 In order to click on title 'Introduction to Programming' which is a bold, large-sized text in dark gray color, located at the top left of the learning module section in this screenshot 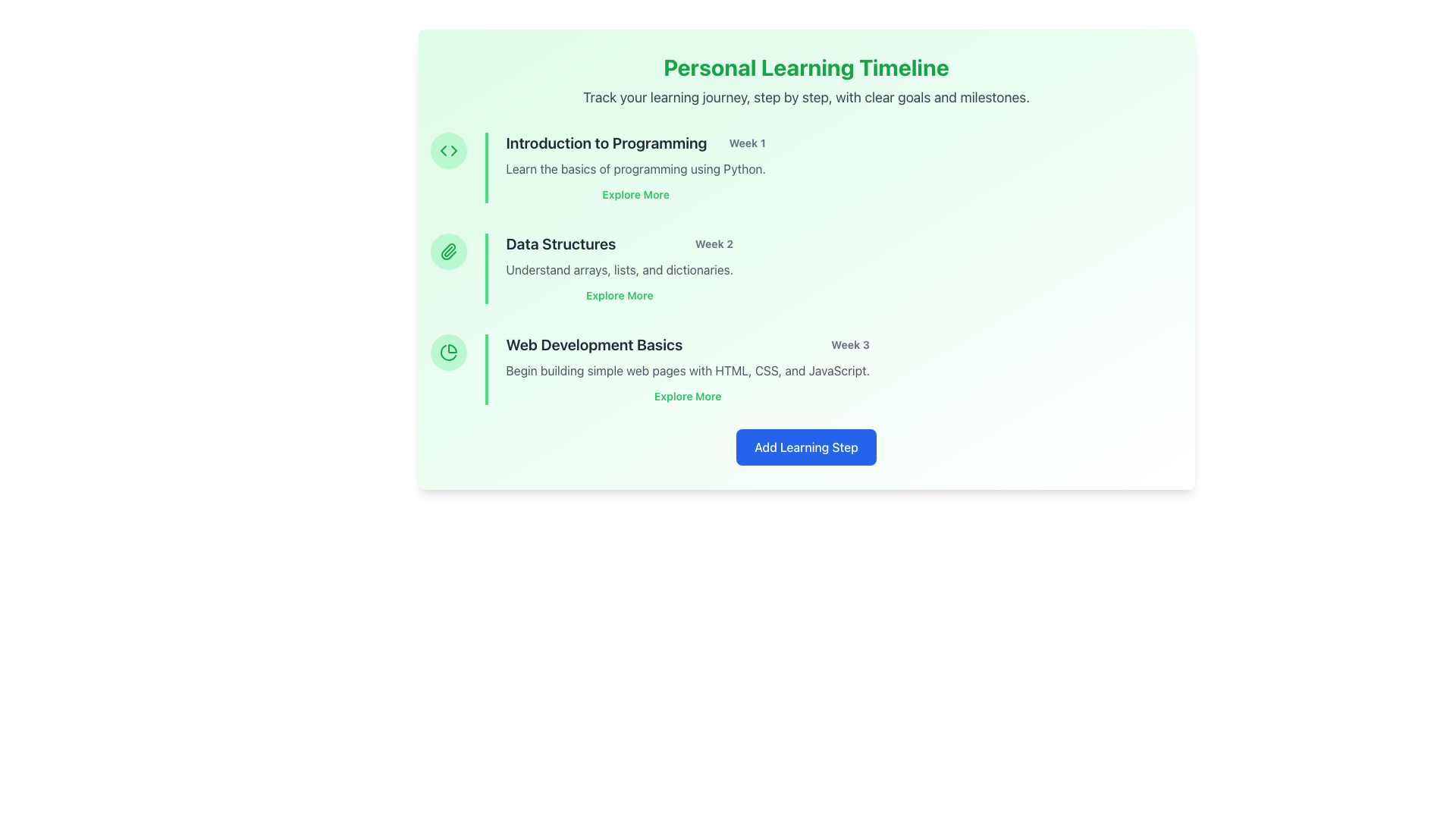, I will do `click(607, 143)`.